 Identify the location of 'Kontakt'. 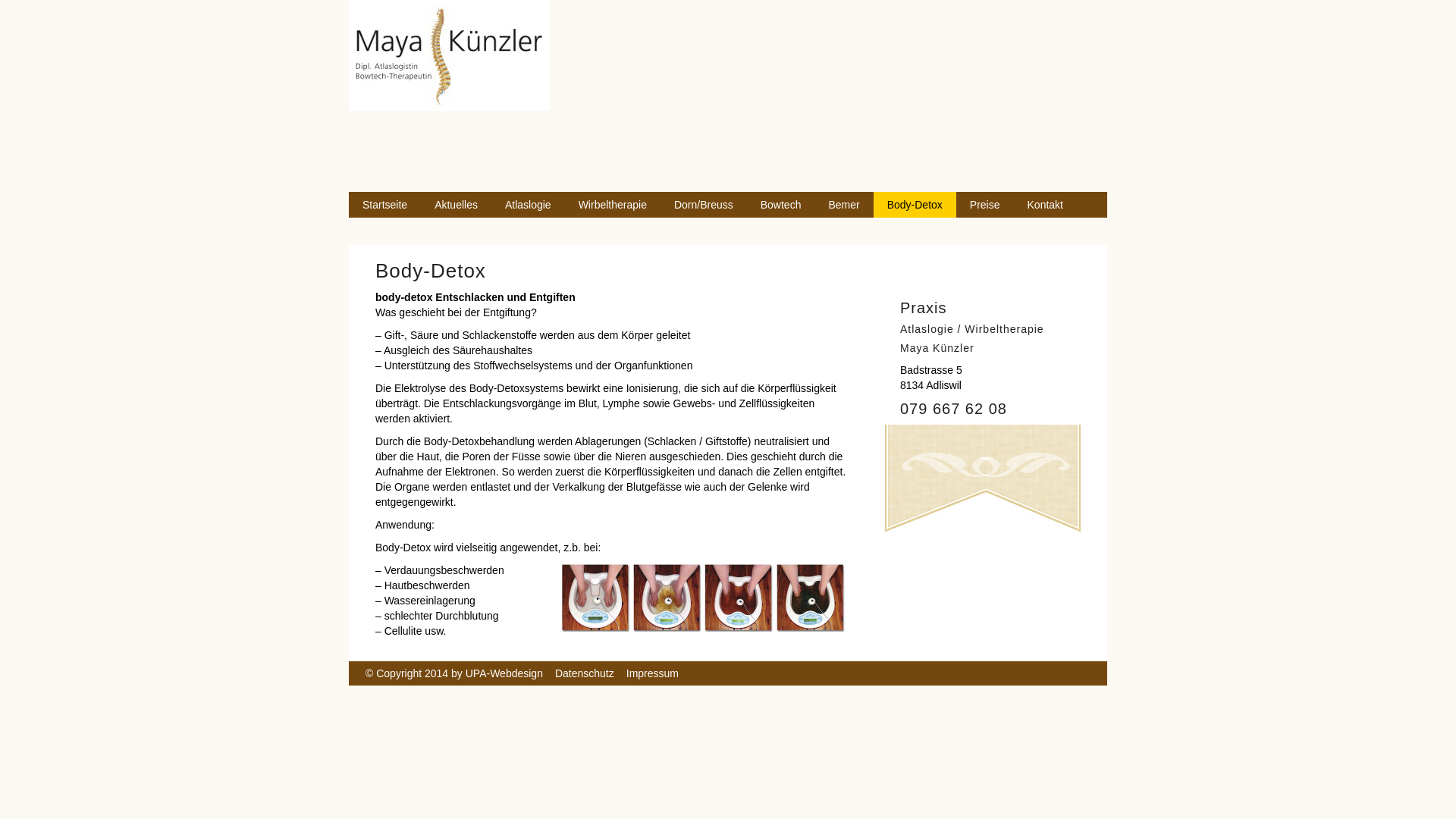
(1044, 205).